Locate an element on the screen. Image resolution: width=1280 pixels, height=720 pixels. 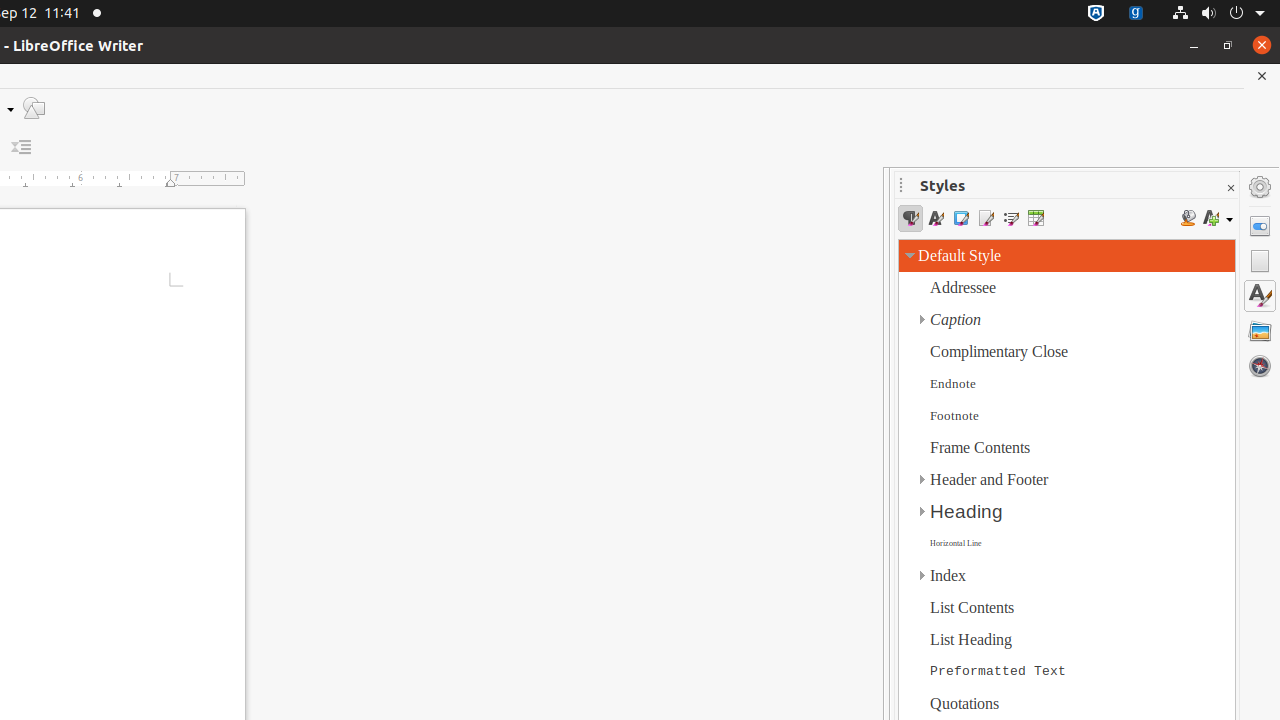
'Styles actions' is located at coordinates (1217, 218).